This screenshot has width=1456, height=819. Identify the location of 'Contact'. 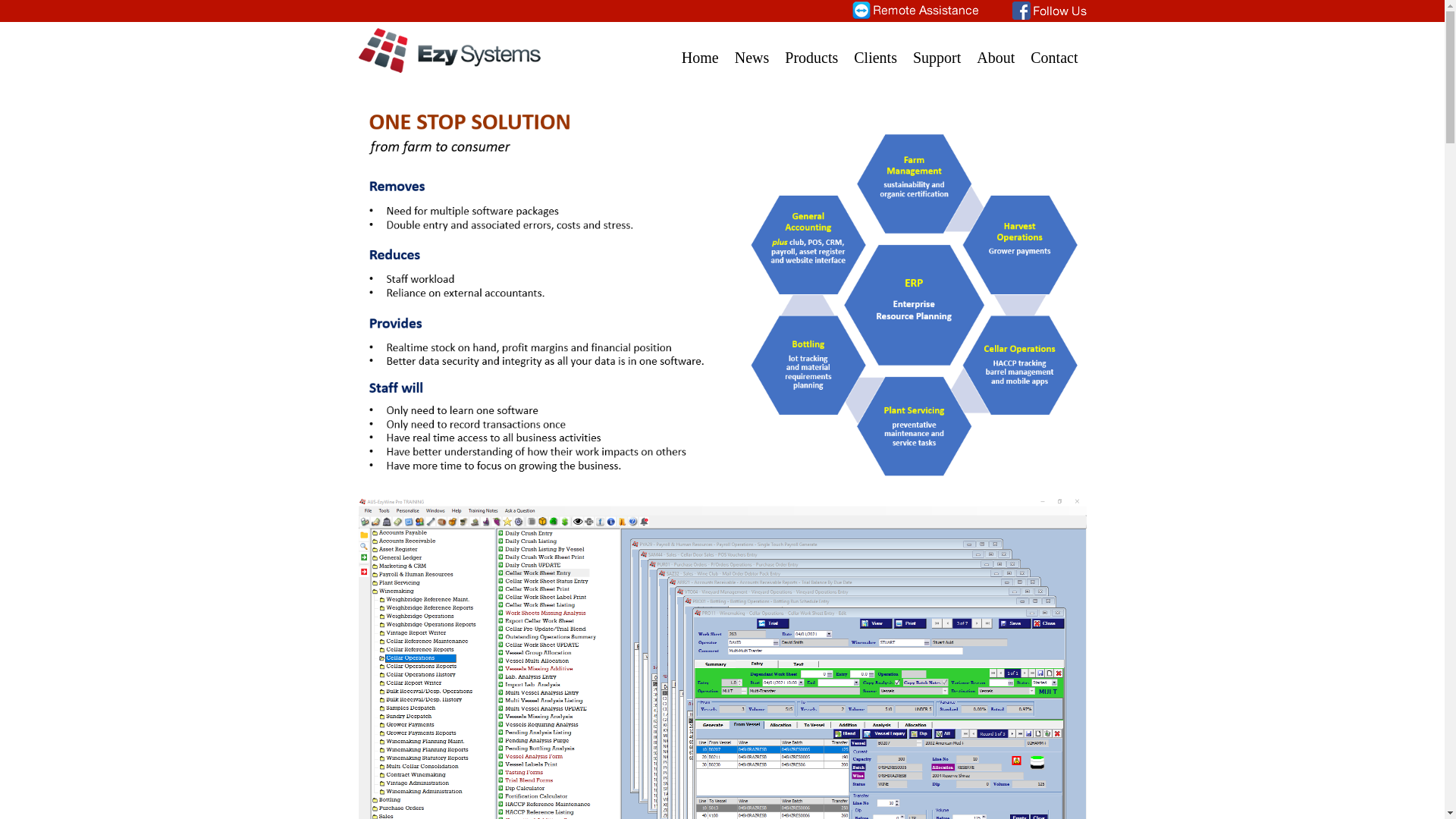
(1053, 48).